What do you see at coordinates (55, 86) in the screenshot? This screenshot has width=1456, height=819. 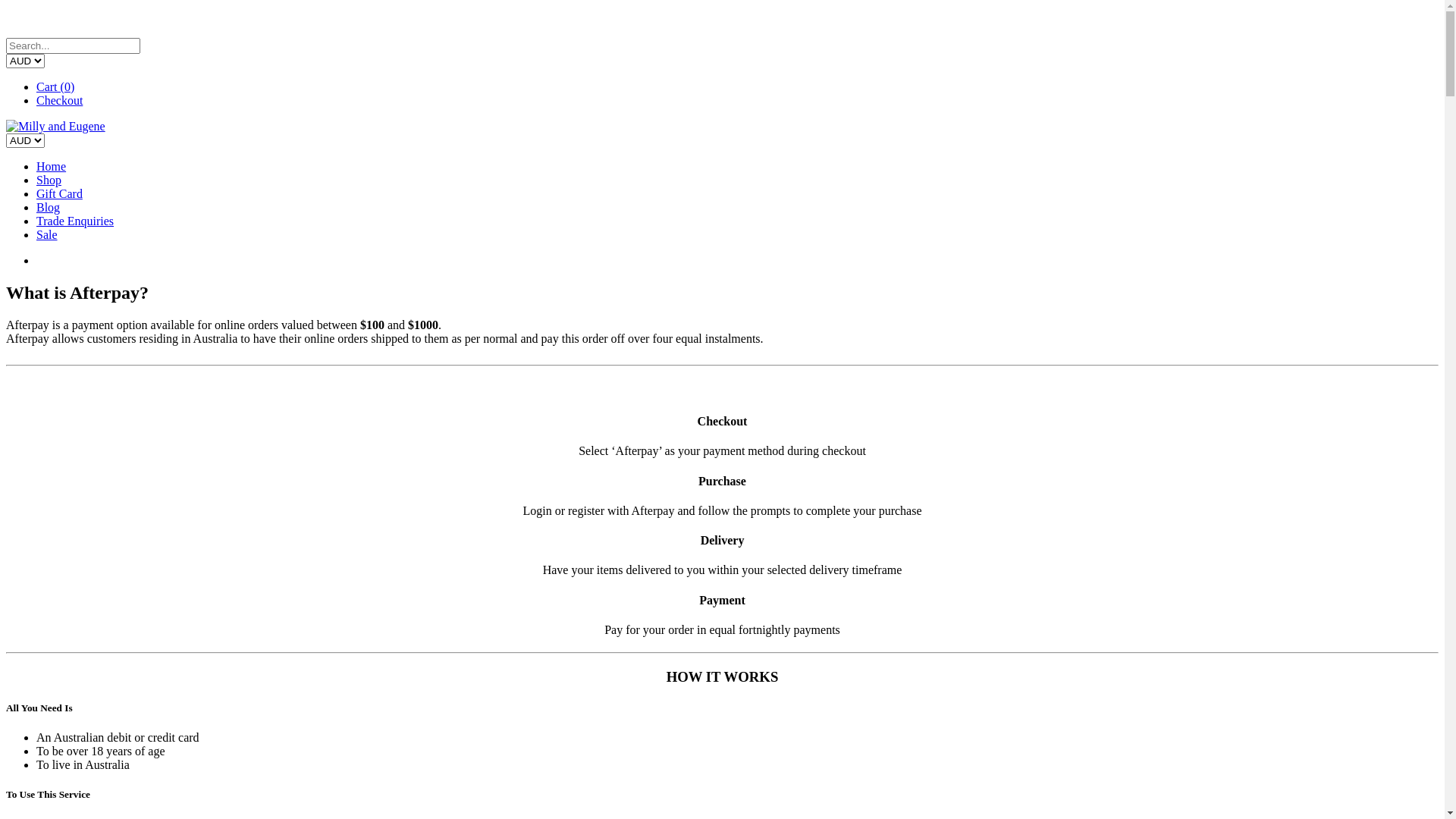 I see `'Cart (0)'` at bounding box center [55, 86].